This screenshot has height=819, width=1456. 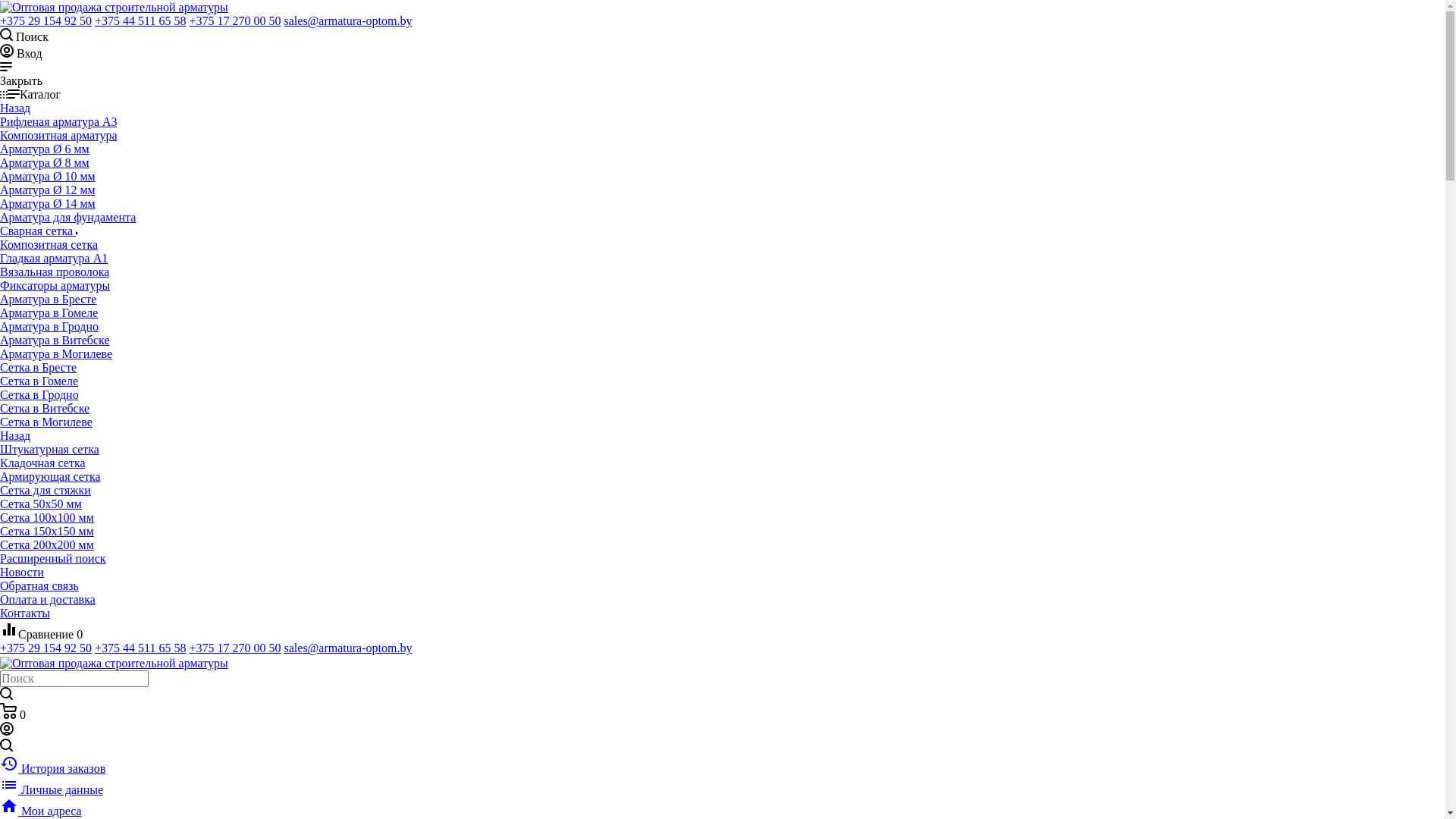 What do you see at coordinates (234, 648) in the screenshot?
I see `'+375 17 270 00 50'` at bounding box center [234, 648].